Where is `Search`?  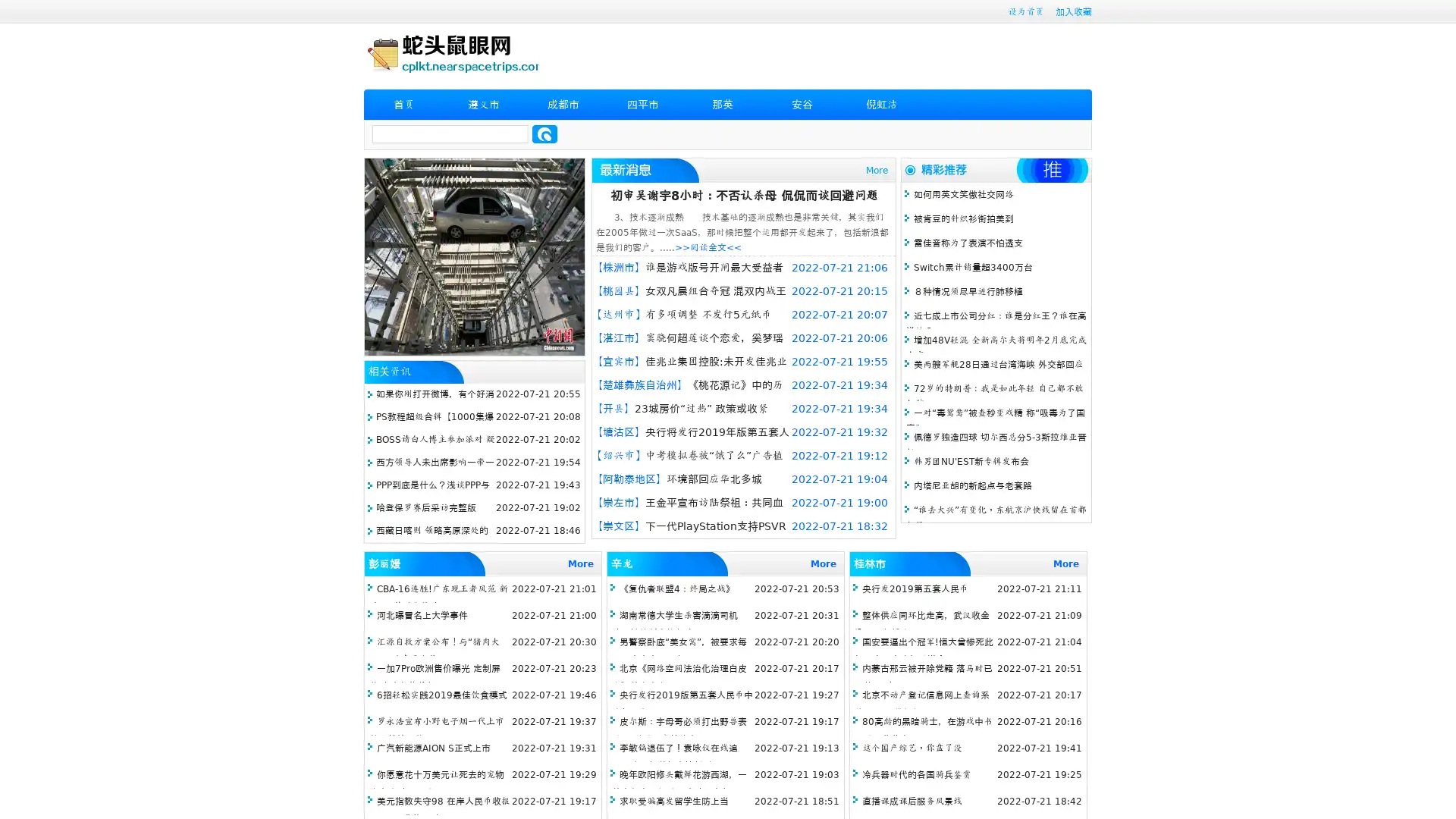 Search is located at coordinates (544, 133).